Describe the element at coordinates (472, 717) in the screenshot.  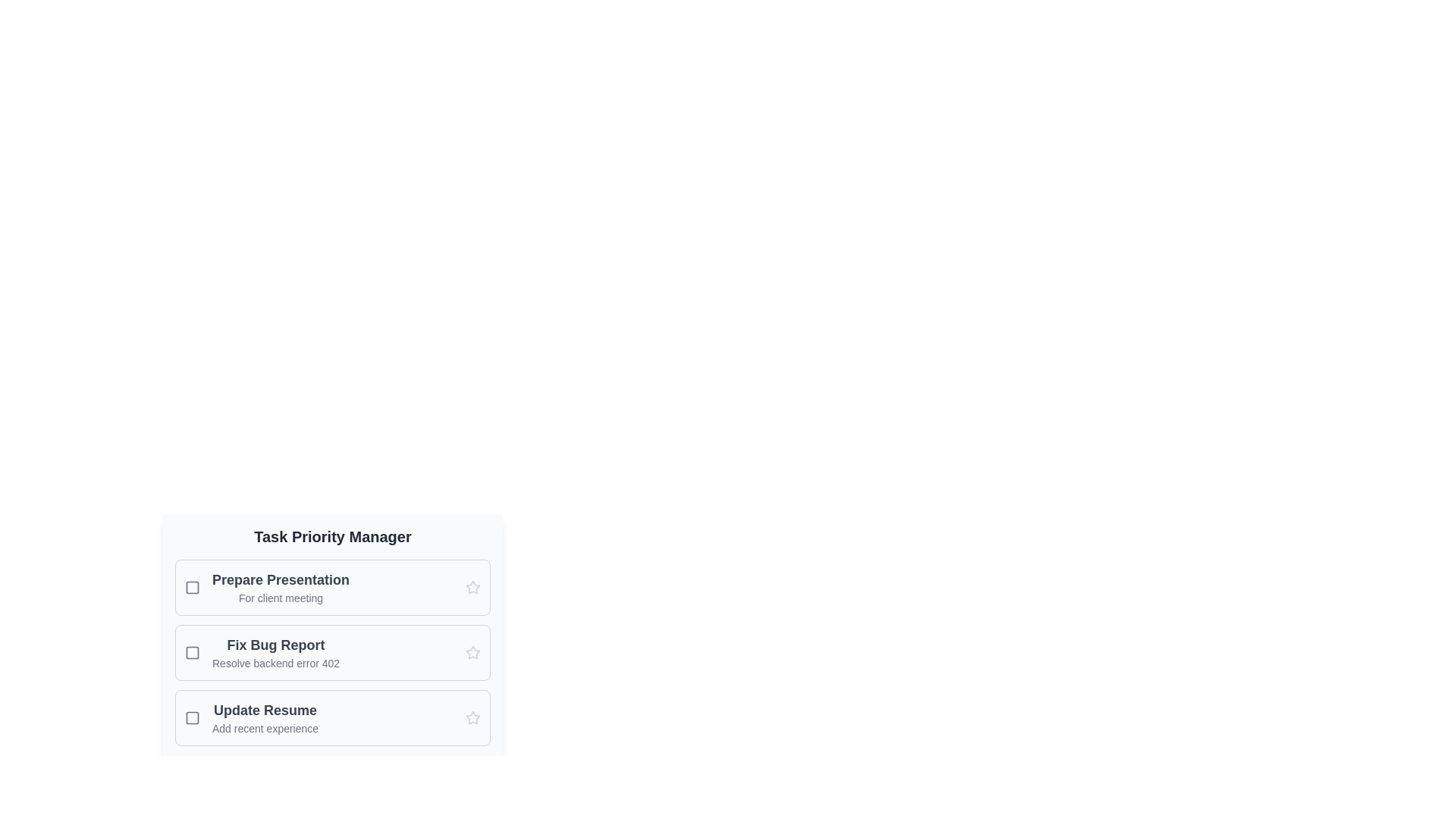
I see `the inactive gray star icon located to the right of the 'Update Resume' task` at that location.